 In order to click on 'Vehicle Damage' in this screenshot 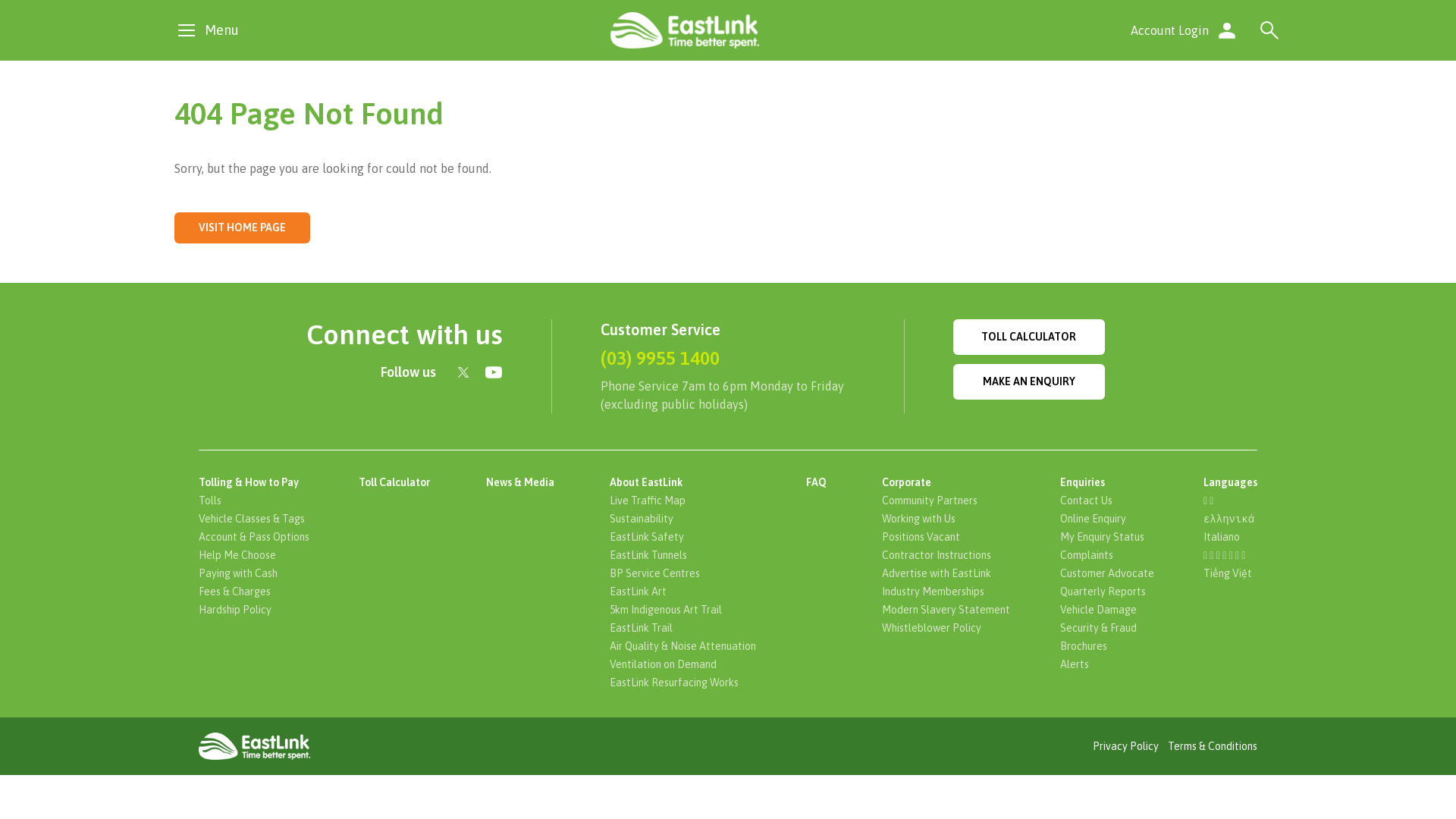, I will do `click(1059, 608)`.